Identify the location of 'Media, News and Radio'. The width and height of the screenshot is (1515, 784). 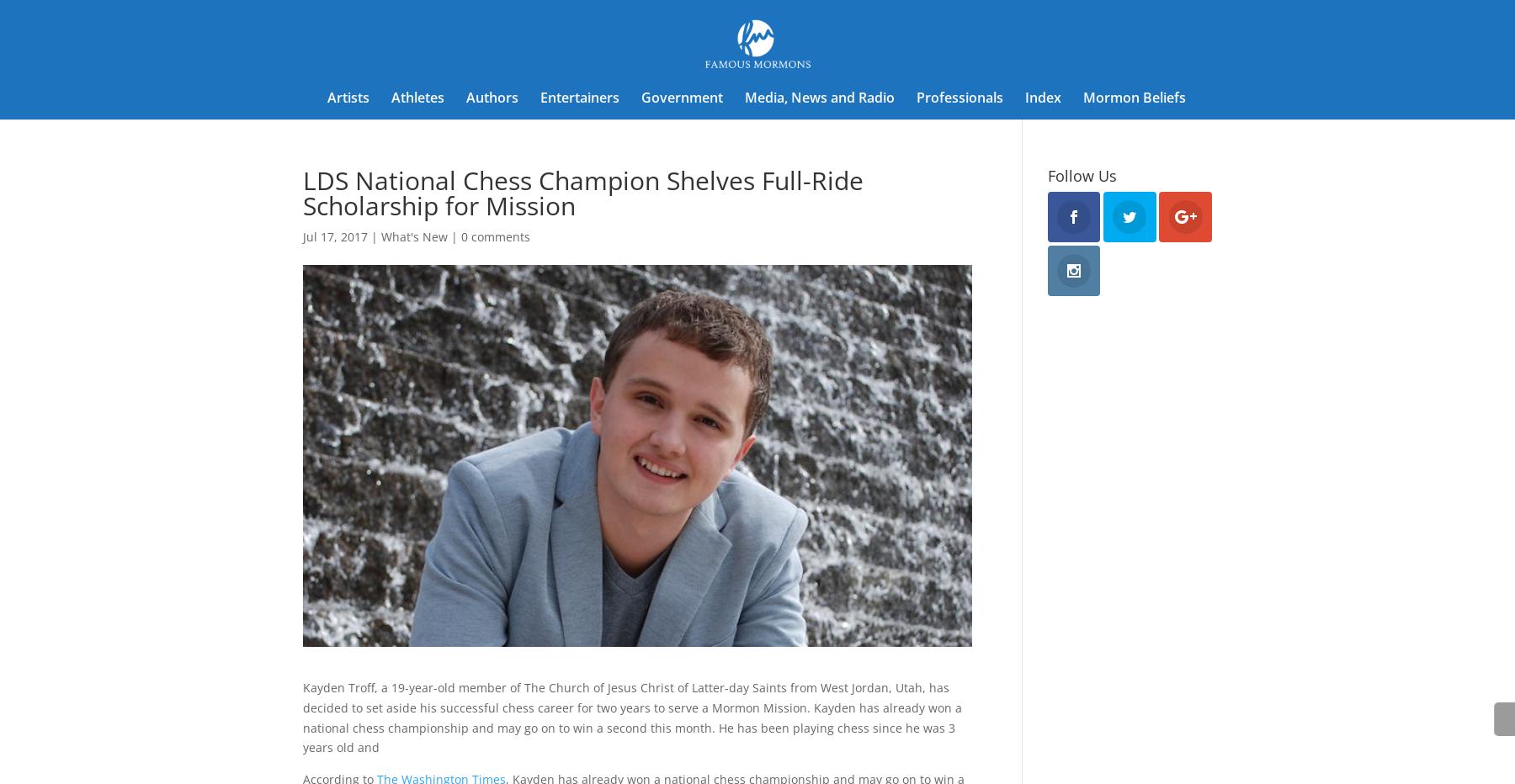
(818, 98).